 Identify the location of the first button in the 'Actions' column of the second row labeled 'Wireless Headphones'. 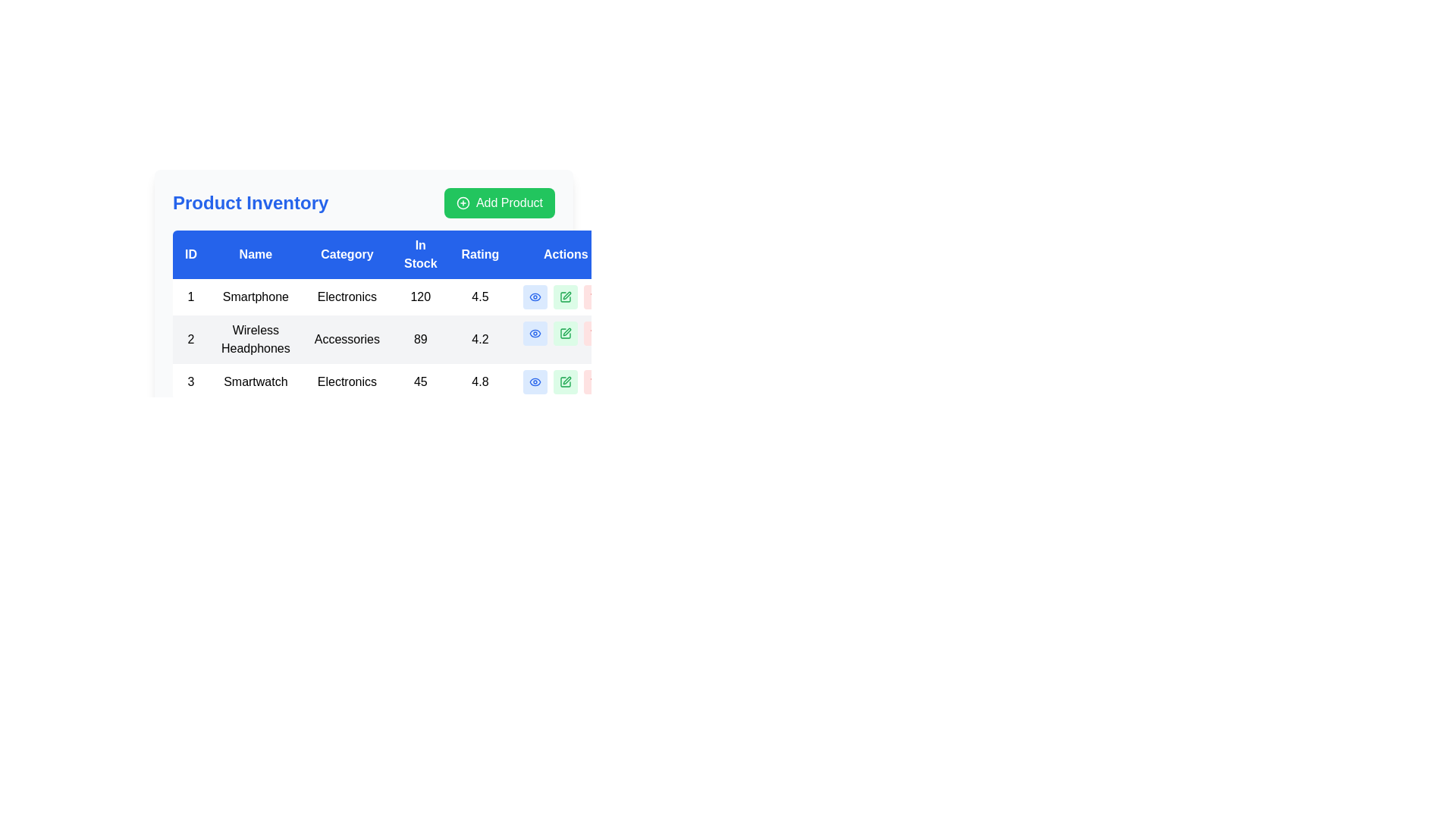
(535, 332).